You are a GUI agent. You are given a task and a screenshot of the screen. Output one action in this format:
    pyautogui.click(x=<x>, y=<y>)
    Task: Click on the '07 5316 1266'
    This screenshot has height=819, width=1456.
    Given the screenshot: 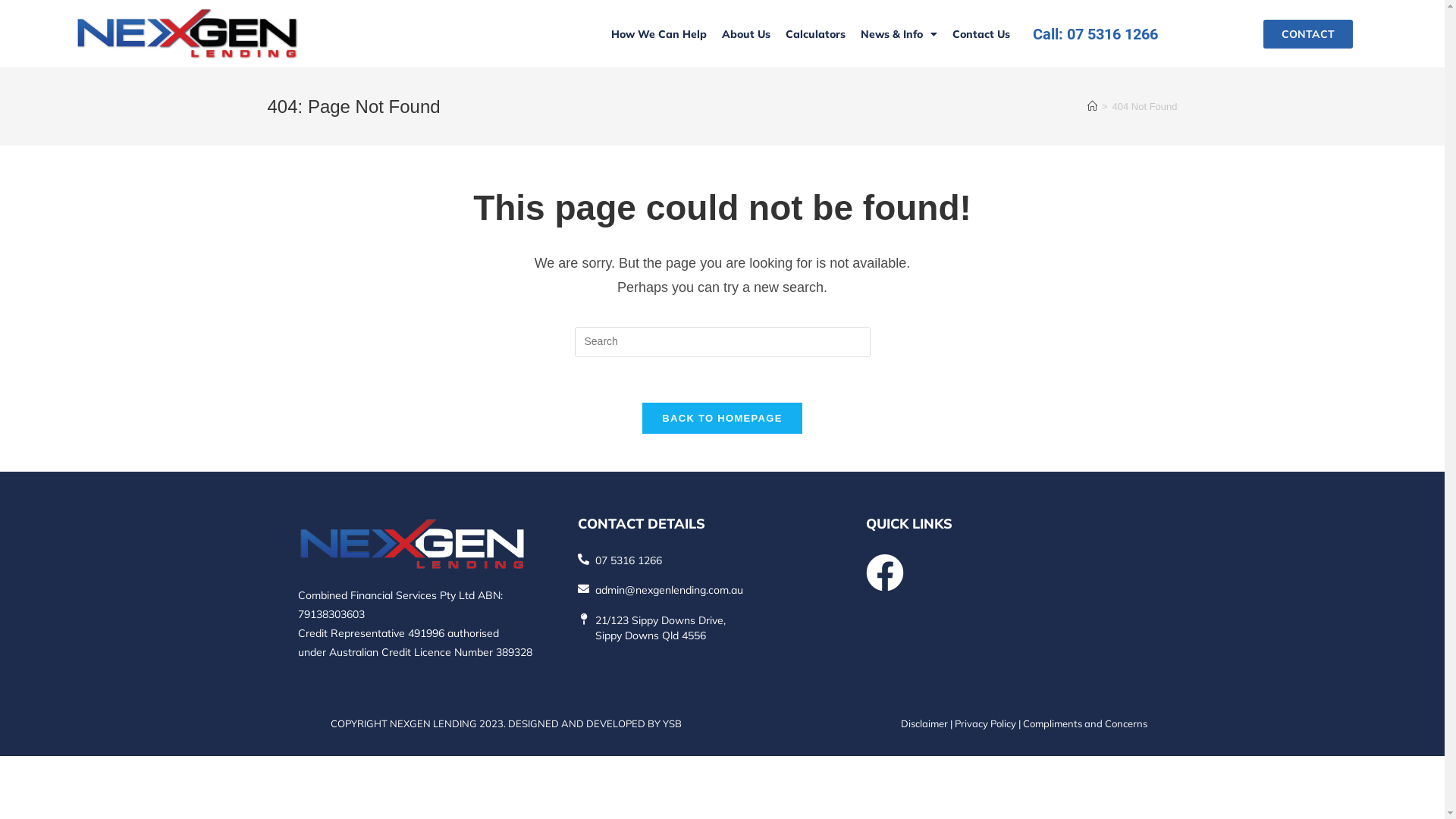 What is the action you would take?
    pyautogui.click(x=595, y=560)
    